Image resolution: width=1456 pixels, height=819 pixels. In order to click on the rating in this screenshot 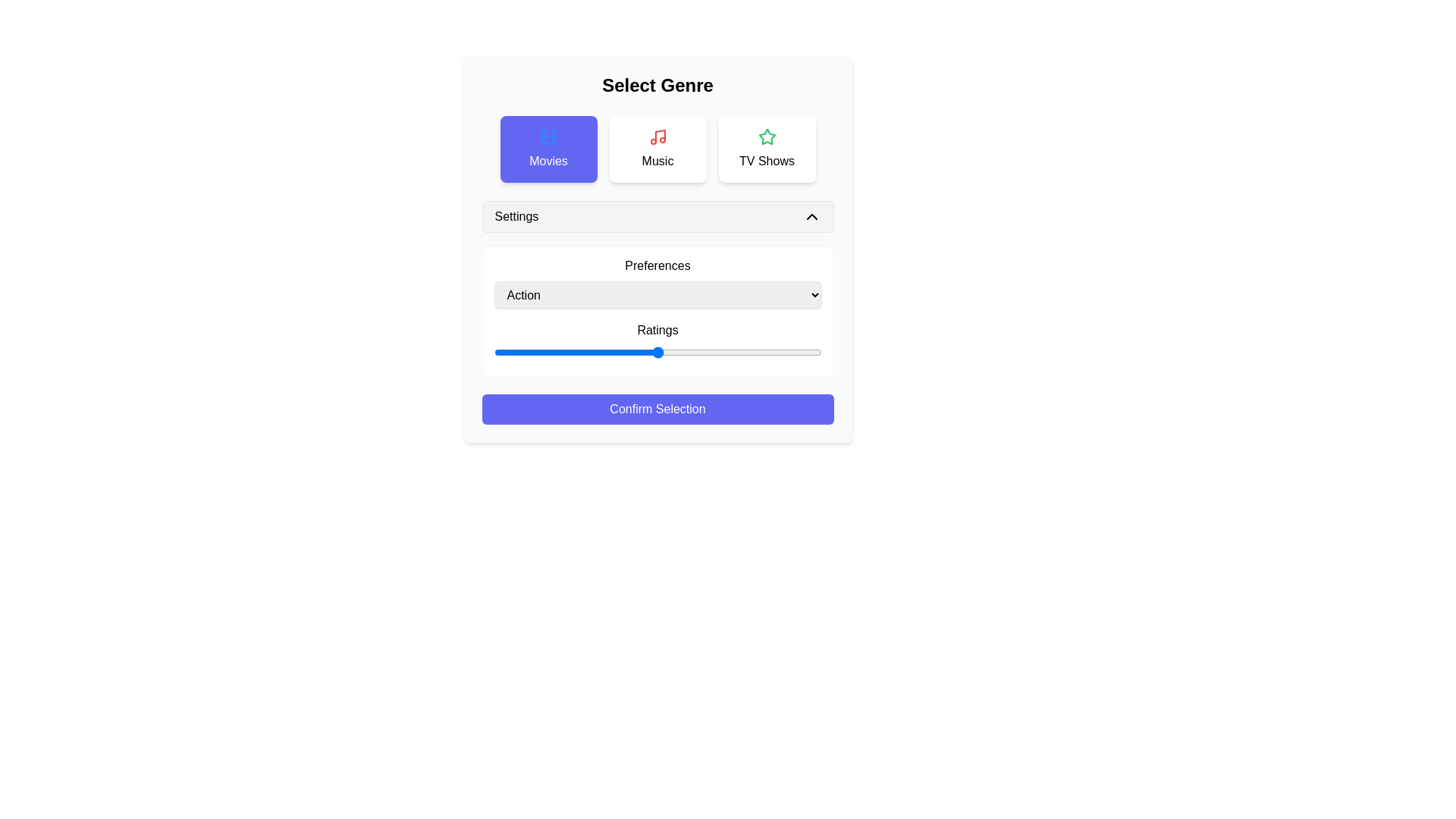, I will do `click(543, 353)`.